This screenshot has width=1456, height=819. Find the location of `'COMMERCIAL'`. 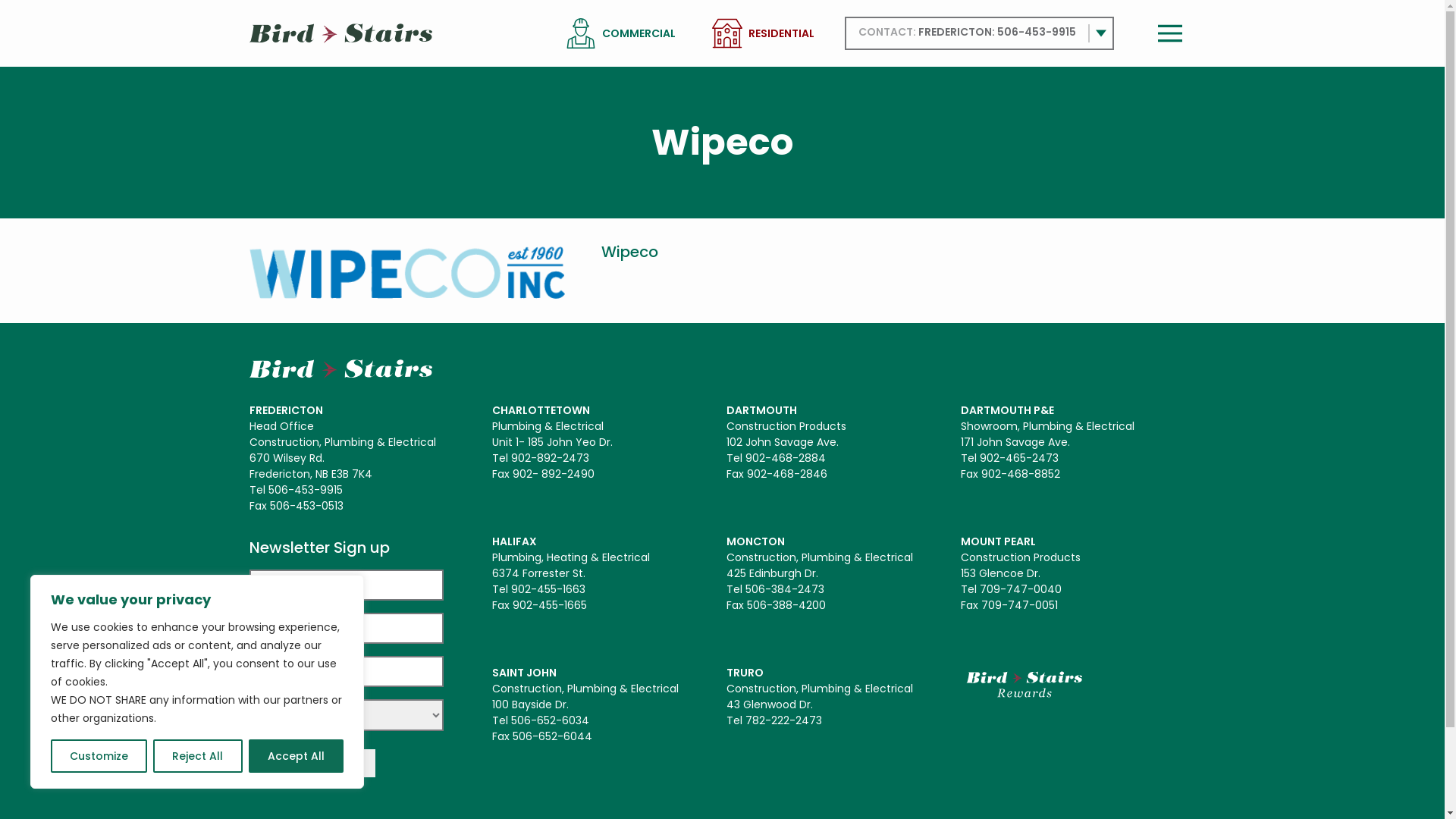

'COMMERCIAL' is located at coordinates (639, 33).